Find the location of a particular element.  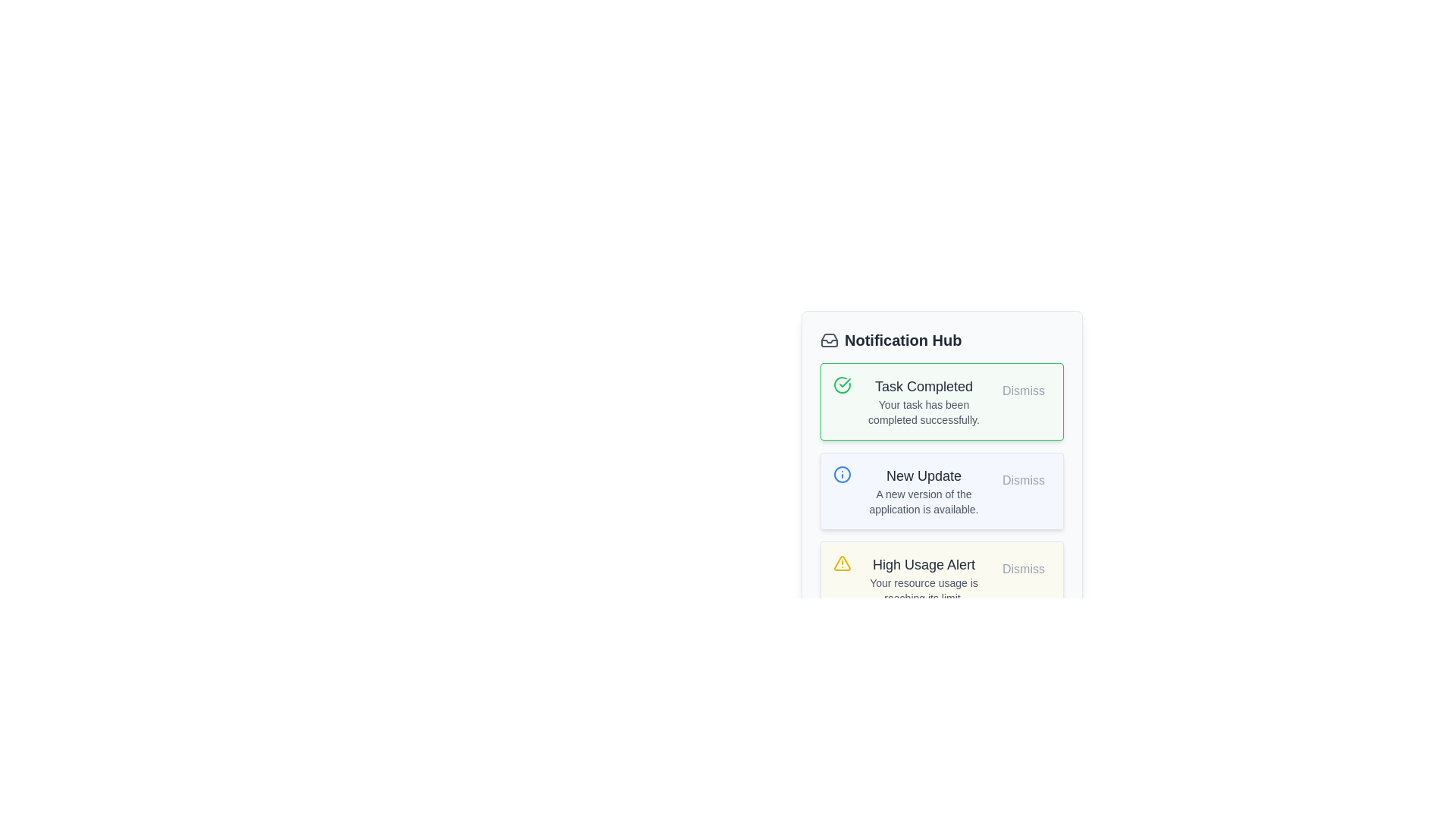

the button located in the top-right corner of the notification box labeled 'Task Completed Your task has been completed successfully.' to change its style is located at coordinates (1023, 391).